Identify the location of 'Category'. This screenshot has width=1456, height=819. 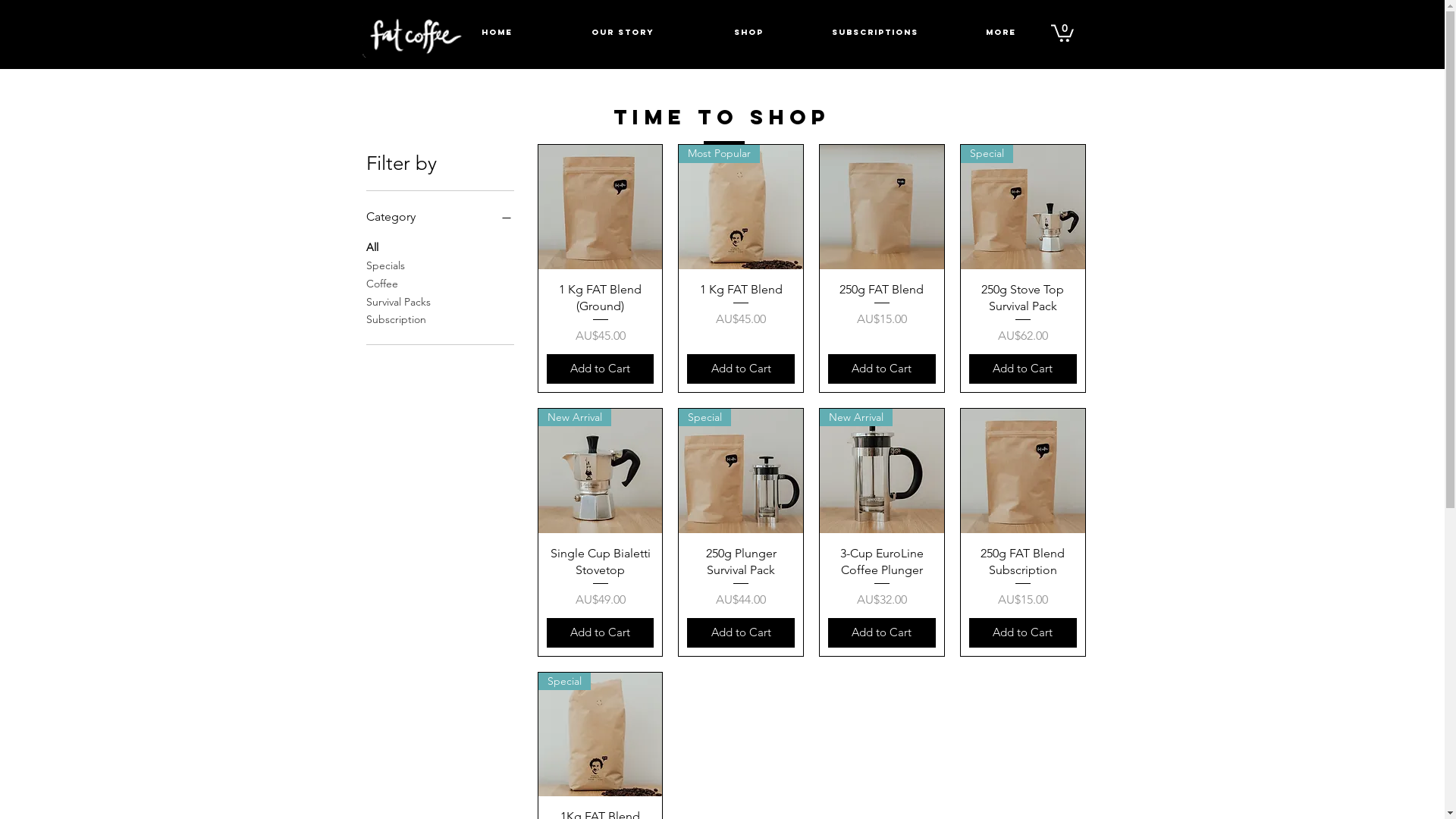
(438, 216).